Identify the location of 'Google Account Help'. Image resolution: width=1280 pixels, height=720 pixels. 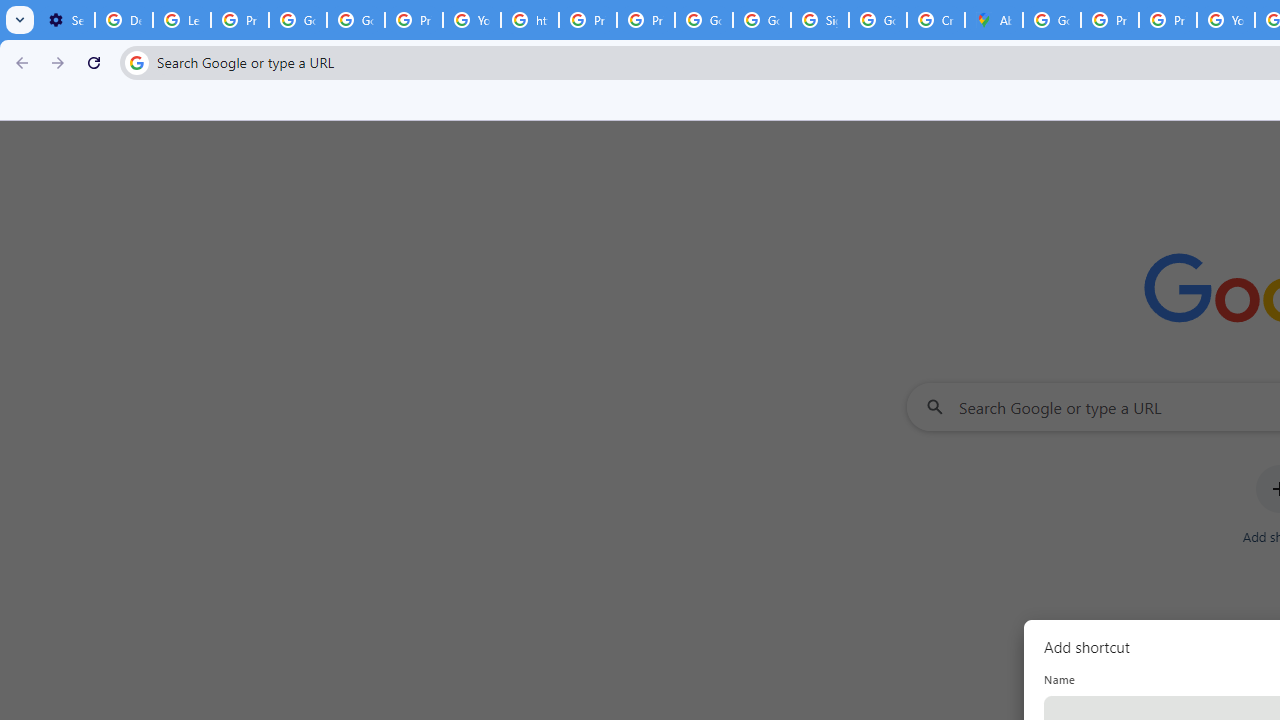
(355, 20).